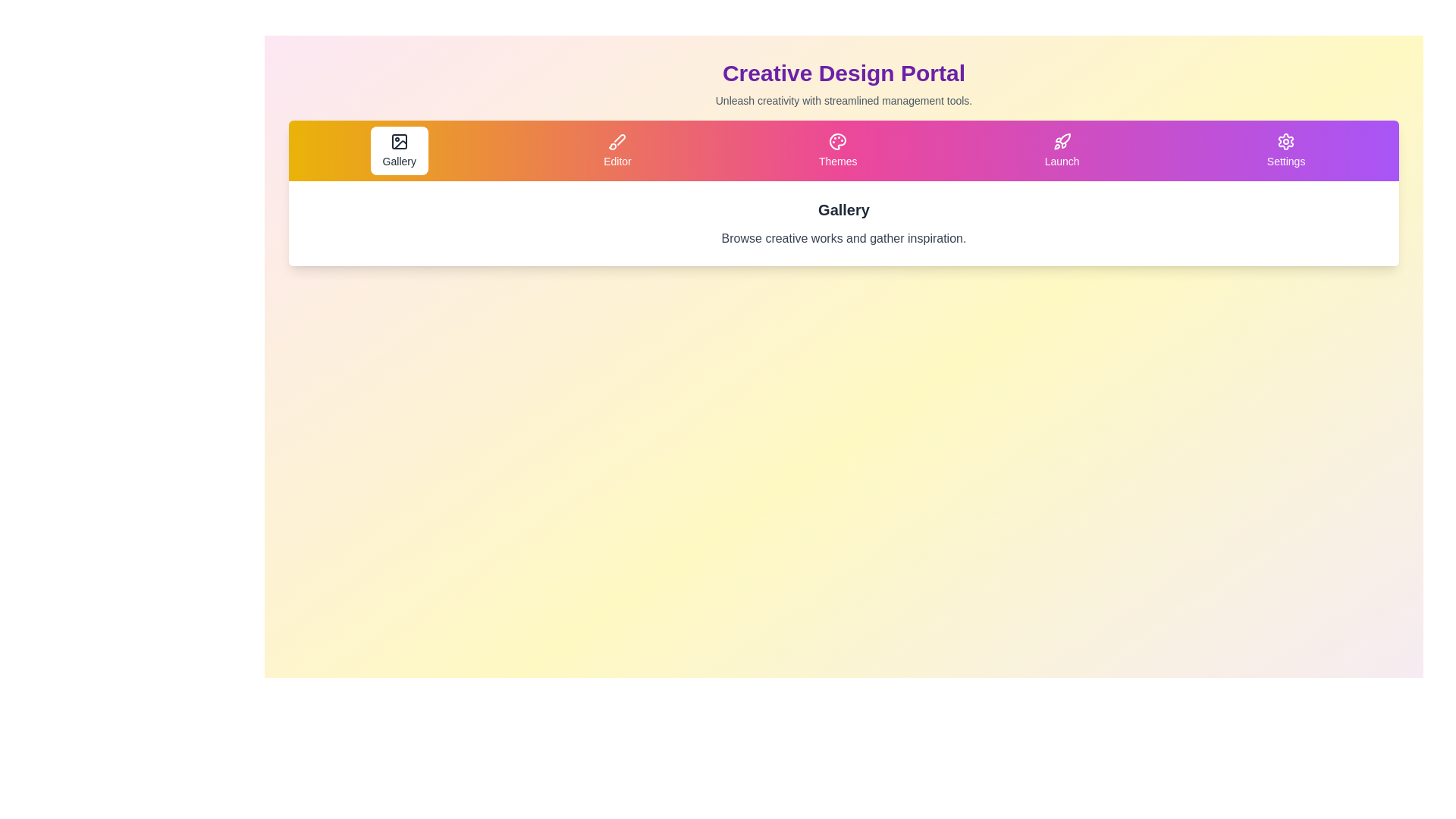 This screenshot has height=819, width=1456. I want to click on the pink 'Themes' navigation button, which is the third button from the left in the horizontal navigation bar, so click(837, 151).